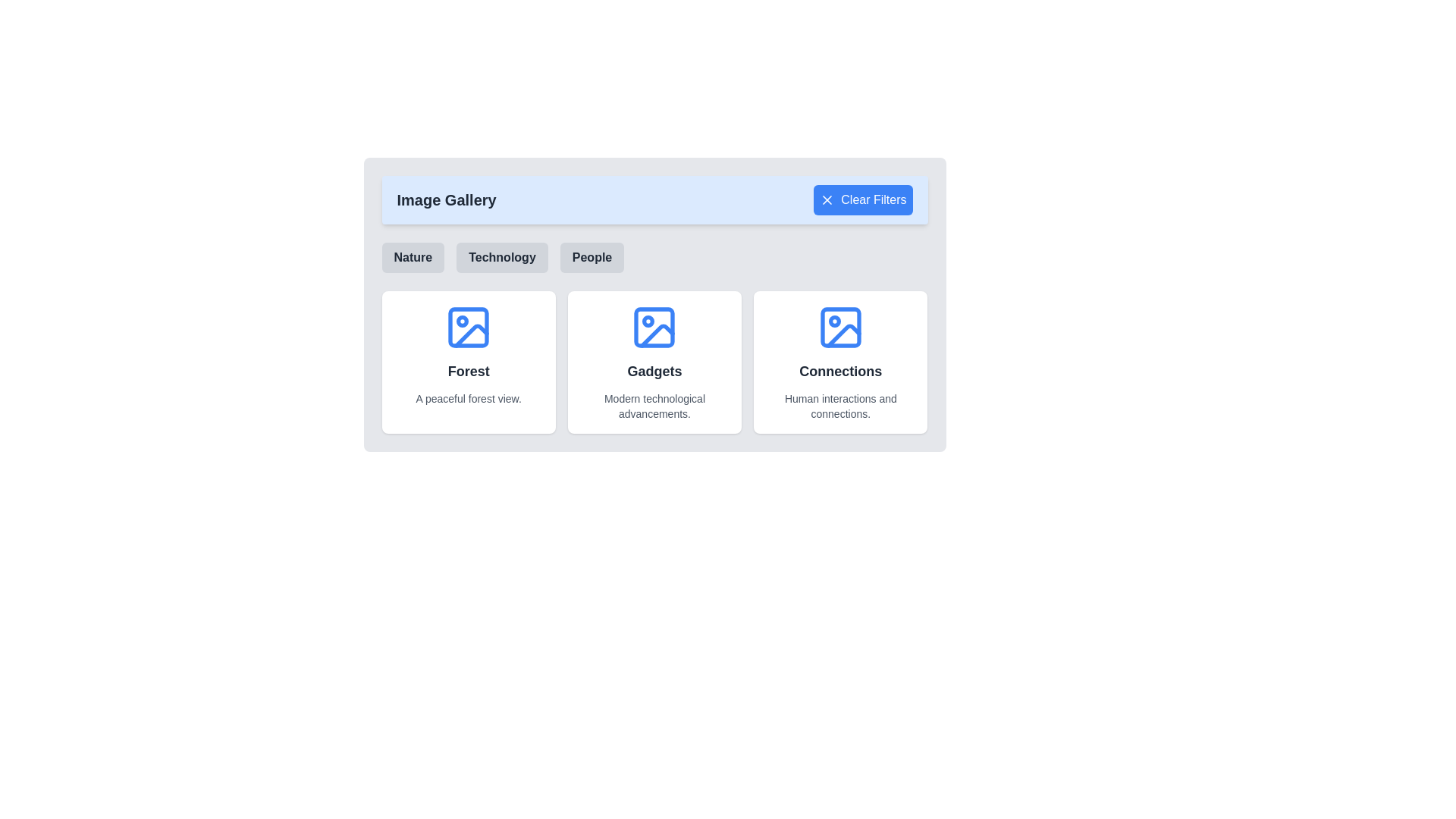 Image resolution: width=1456 pixels, height=819 pixels. I want to click on the icon representing the 'Connections' category within the gallery, so click(839, 327).